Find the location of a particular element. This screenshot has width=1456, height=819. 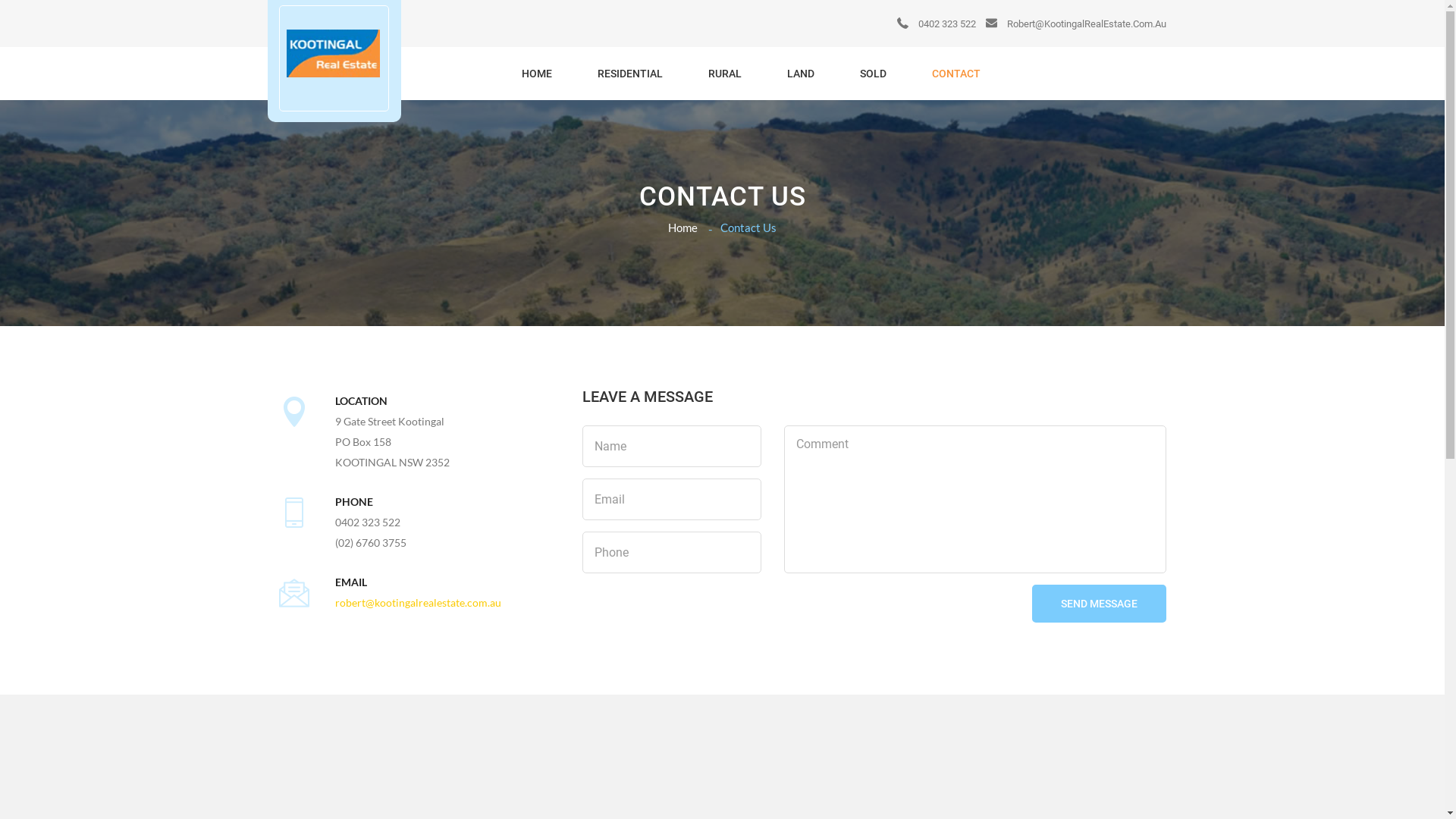

'CONTACT' is located at coordinates (954, 73).